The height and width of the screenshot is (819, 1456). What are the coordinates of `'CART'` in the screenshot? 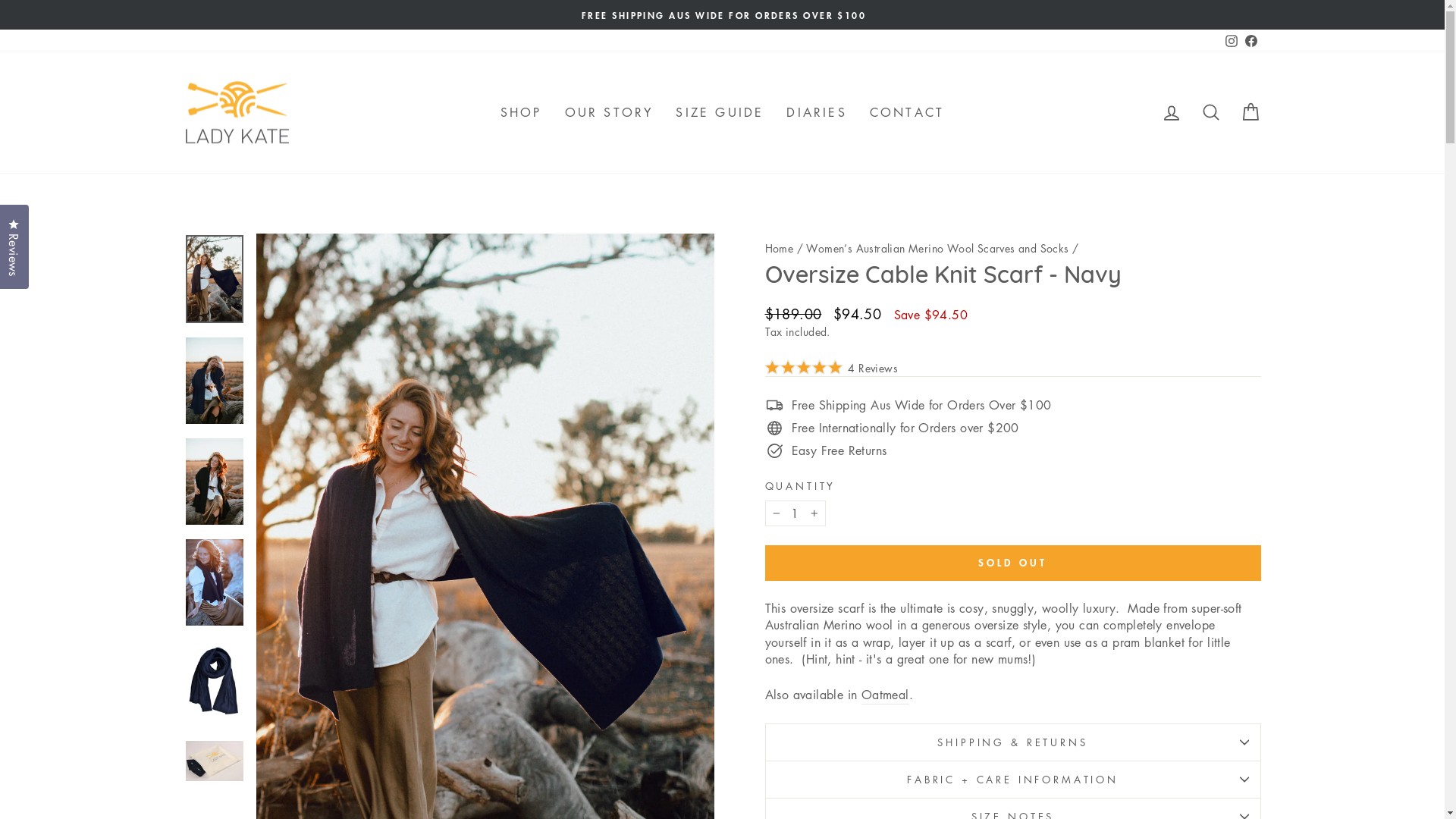 It's located at (1249, 111).